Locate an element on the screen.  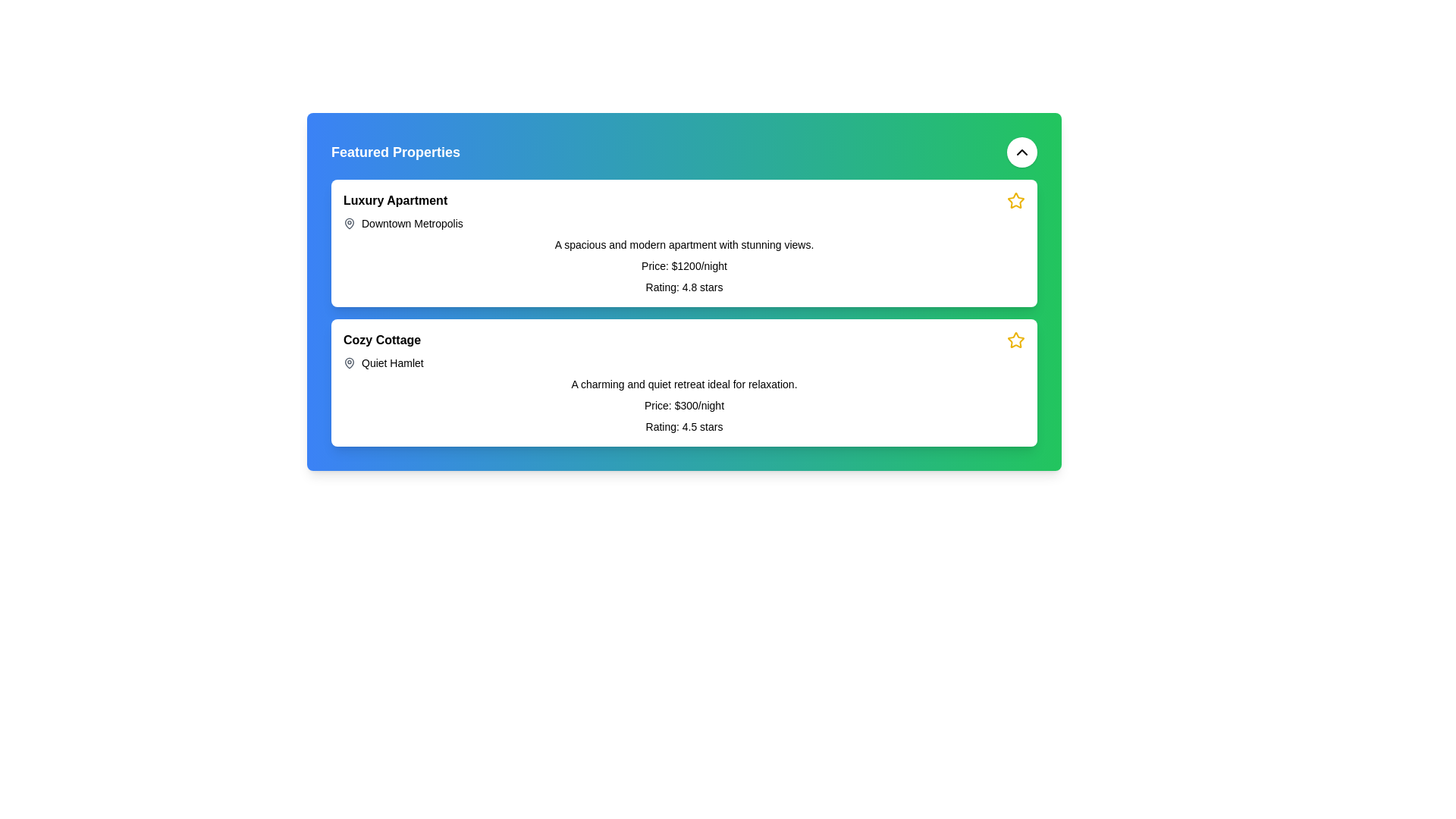
text label displaying 'Rating: 4.8 stars' located at the bottom of the detailed card for the 'Luxury Apartment' property, directly beneath the 'Price: $1200/night' is located at coordinates (683, 287).